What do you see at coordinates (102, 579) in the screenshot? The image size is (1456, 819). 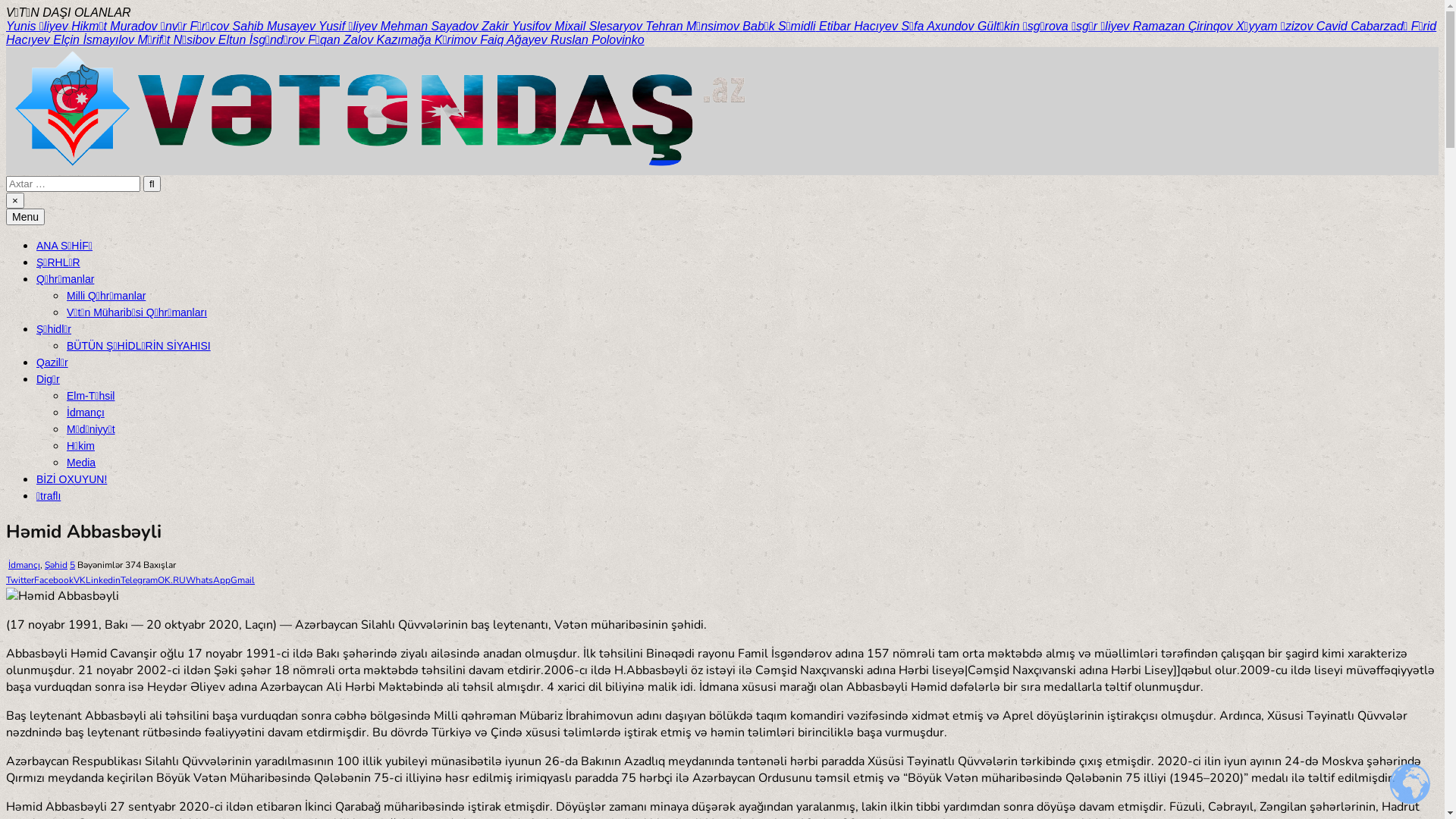 I see `'Linkedin'` at bounding box center [102, 579].